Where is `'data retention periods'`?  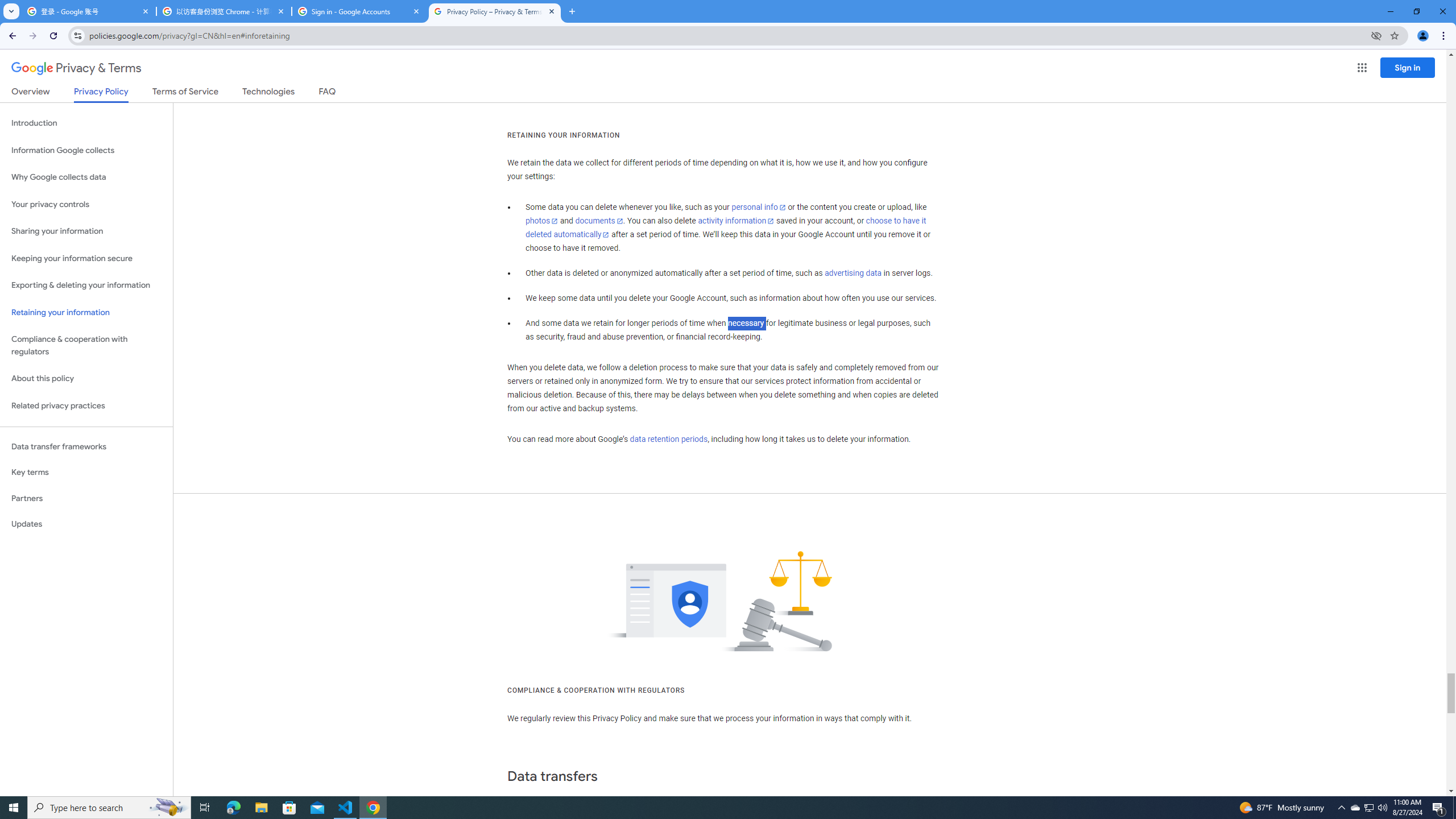
'data retention periods' is located at coordinates (668, 440).